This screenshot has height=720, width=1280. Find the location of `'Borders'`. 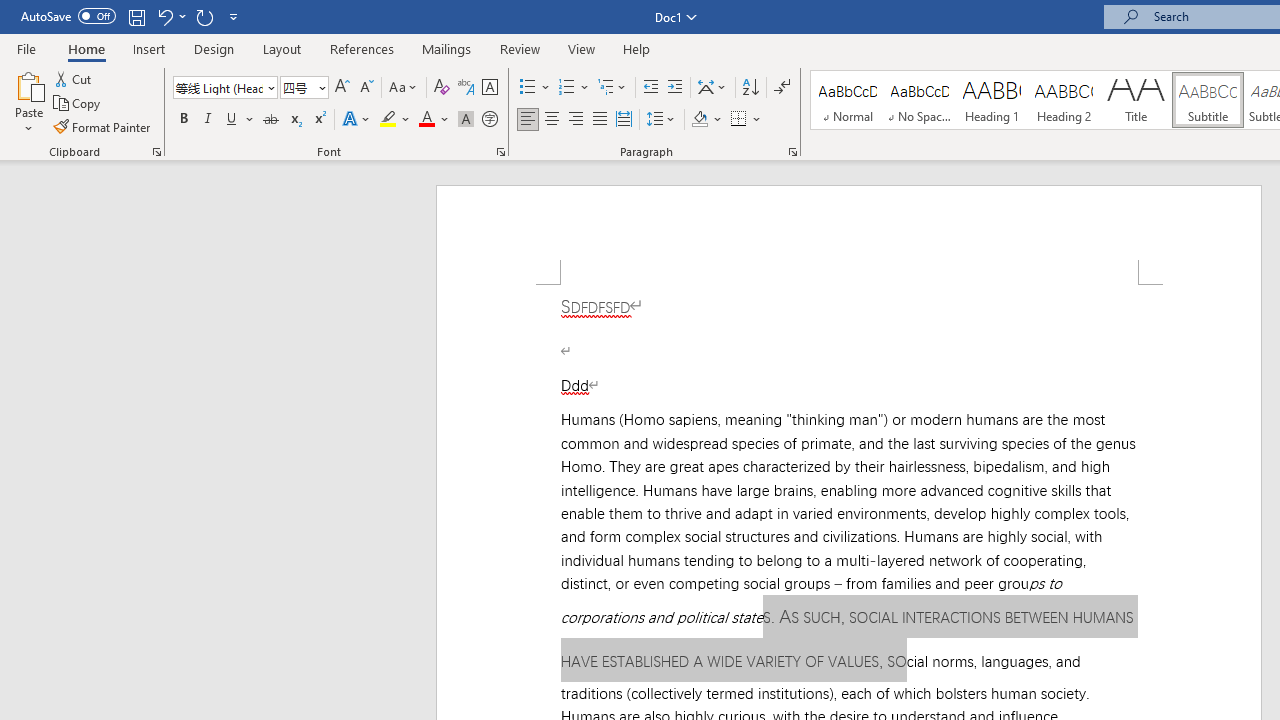

'Borders' is located at coordinates (738, 119).